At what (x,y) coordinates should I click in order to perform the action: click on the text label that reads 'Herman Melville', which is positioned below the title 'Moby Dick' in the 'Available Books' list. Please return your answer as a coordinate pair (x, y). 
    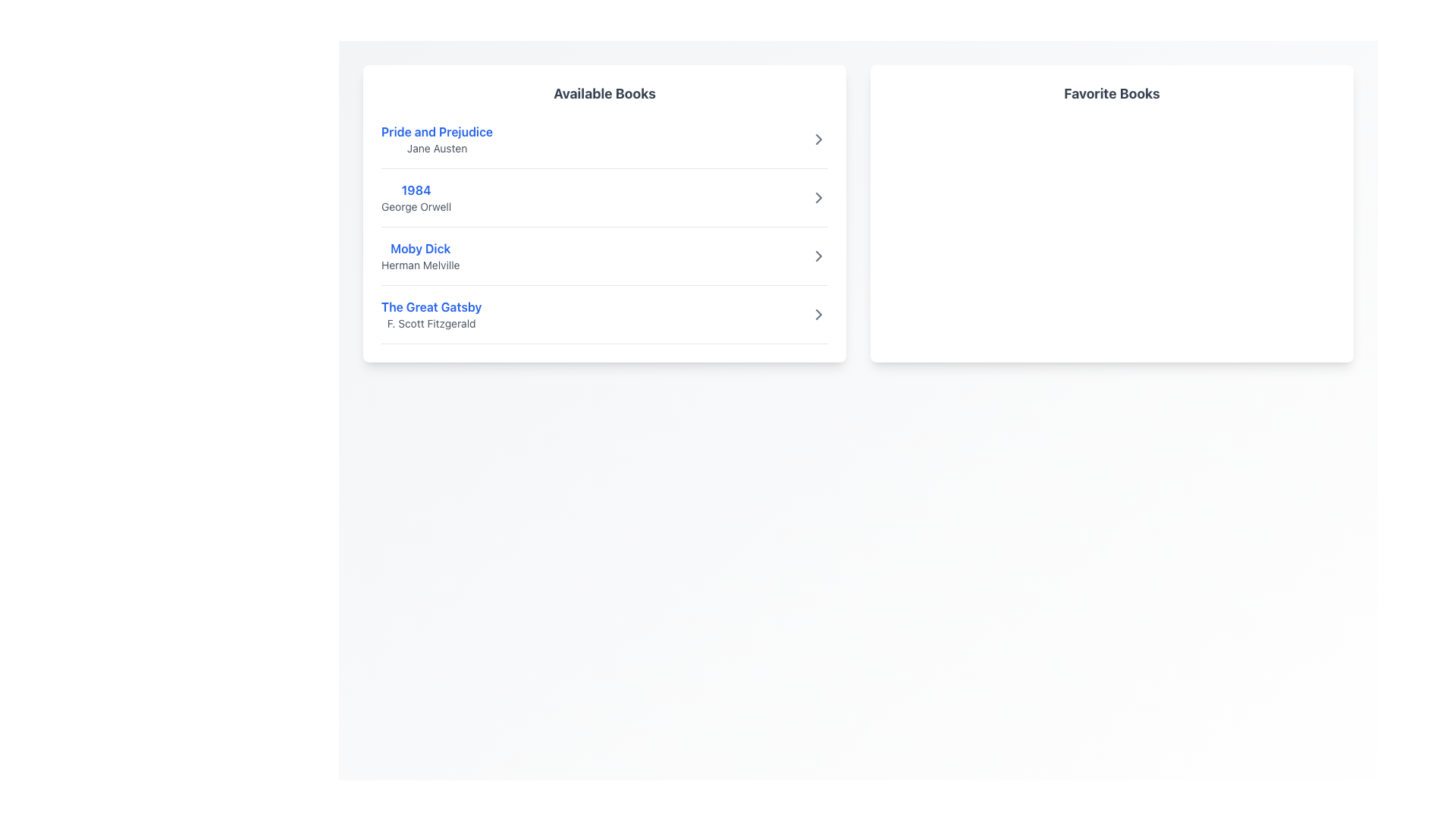
    Looking at the image, I should click on (420, 265).